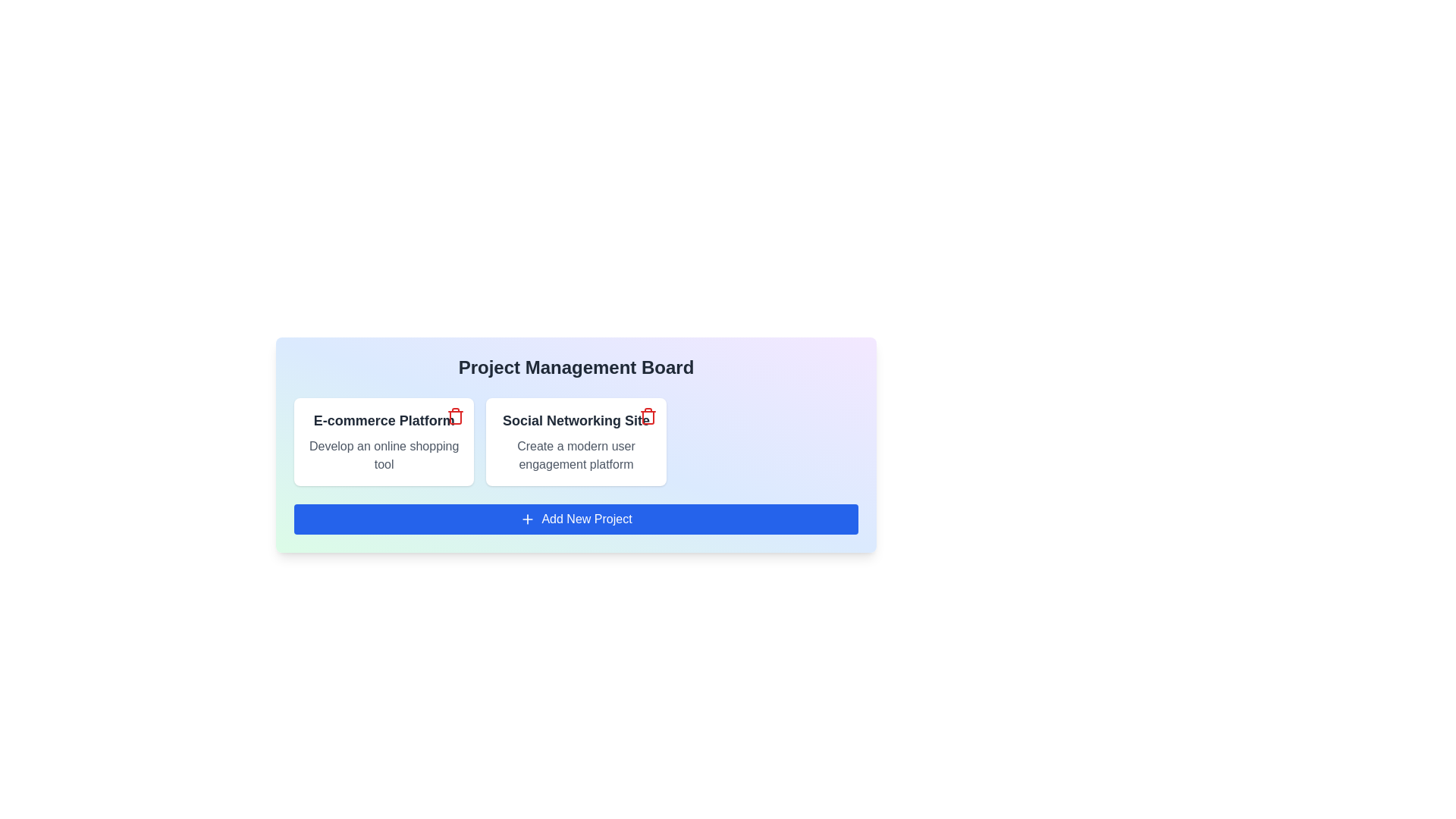 Image resolution: width=1456 pixels, height=819 pixels. Describe the element at coordinates (648, 416) in the screenshot. I see `the delete button for the project titled 'Social Networking Site'` at that location.